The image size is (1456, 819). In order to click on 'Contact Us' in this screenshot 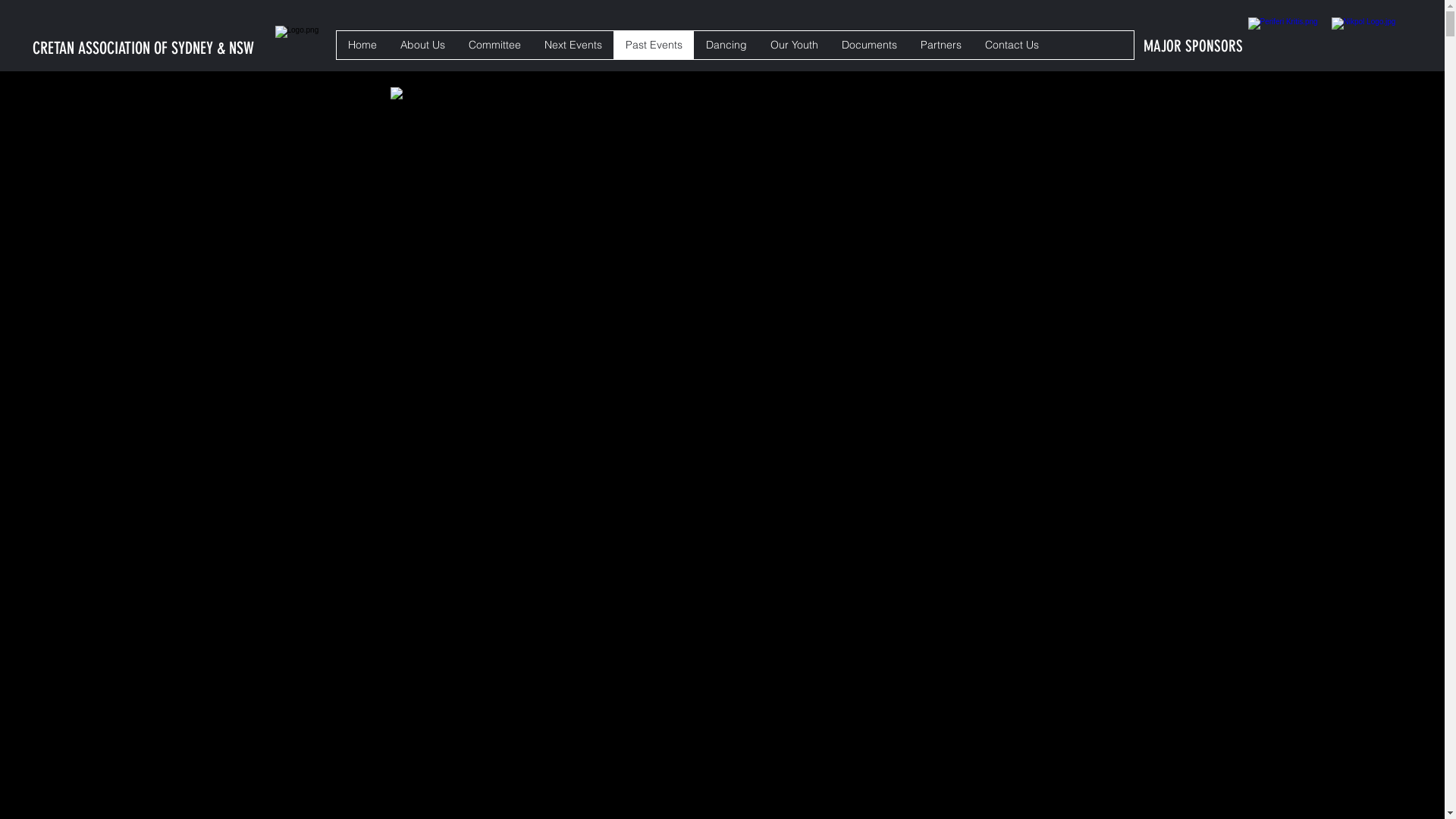, I will do `click(972, 44)`.